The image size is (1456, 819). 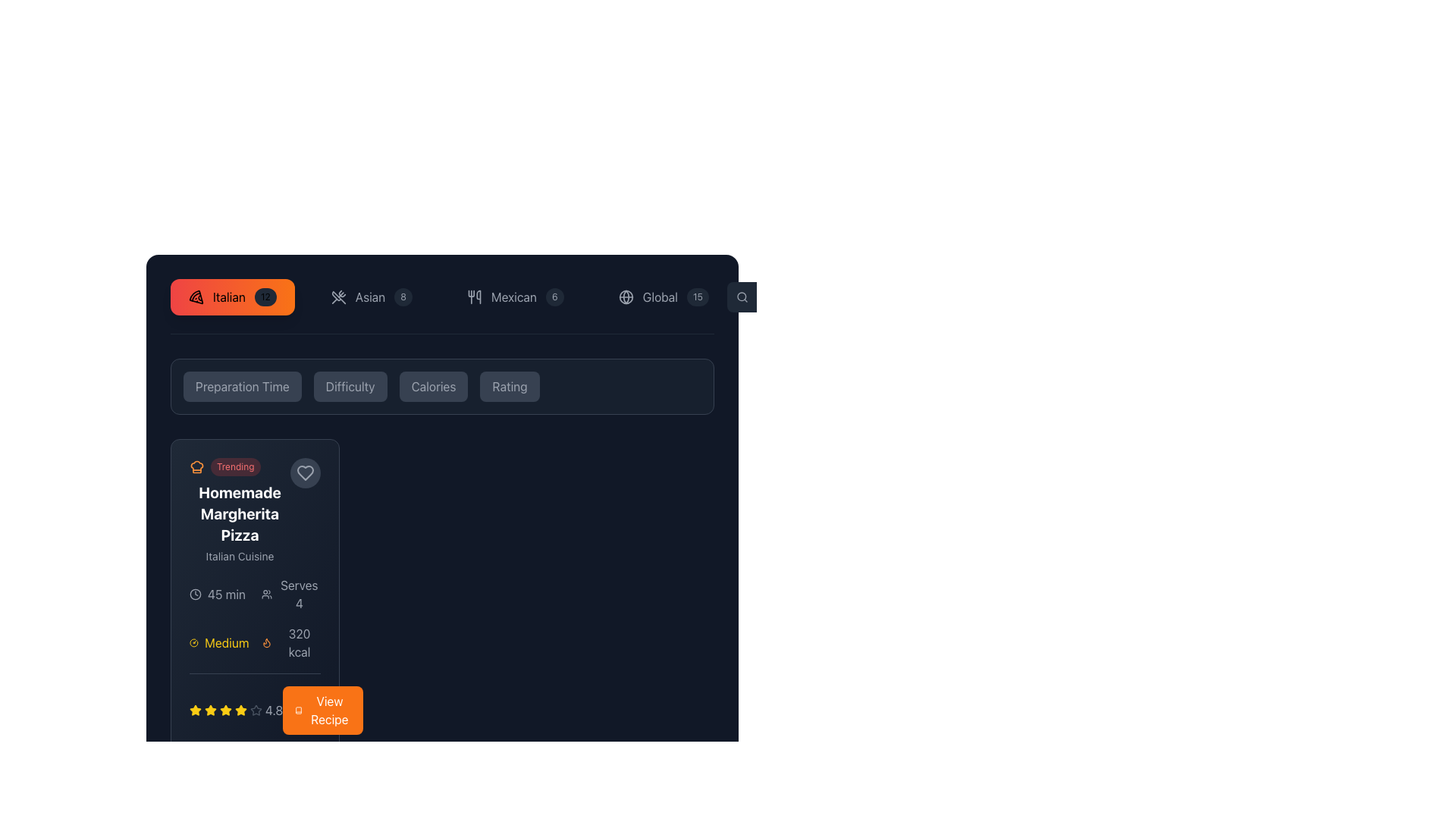 What do you see at coordinates (403, 297) in the screenshot?
I see `the small badge displaying the number '8' with a dark background, located to the right of the 'Asian' label` at bounding box center [403, 297].